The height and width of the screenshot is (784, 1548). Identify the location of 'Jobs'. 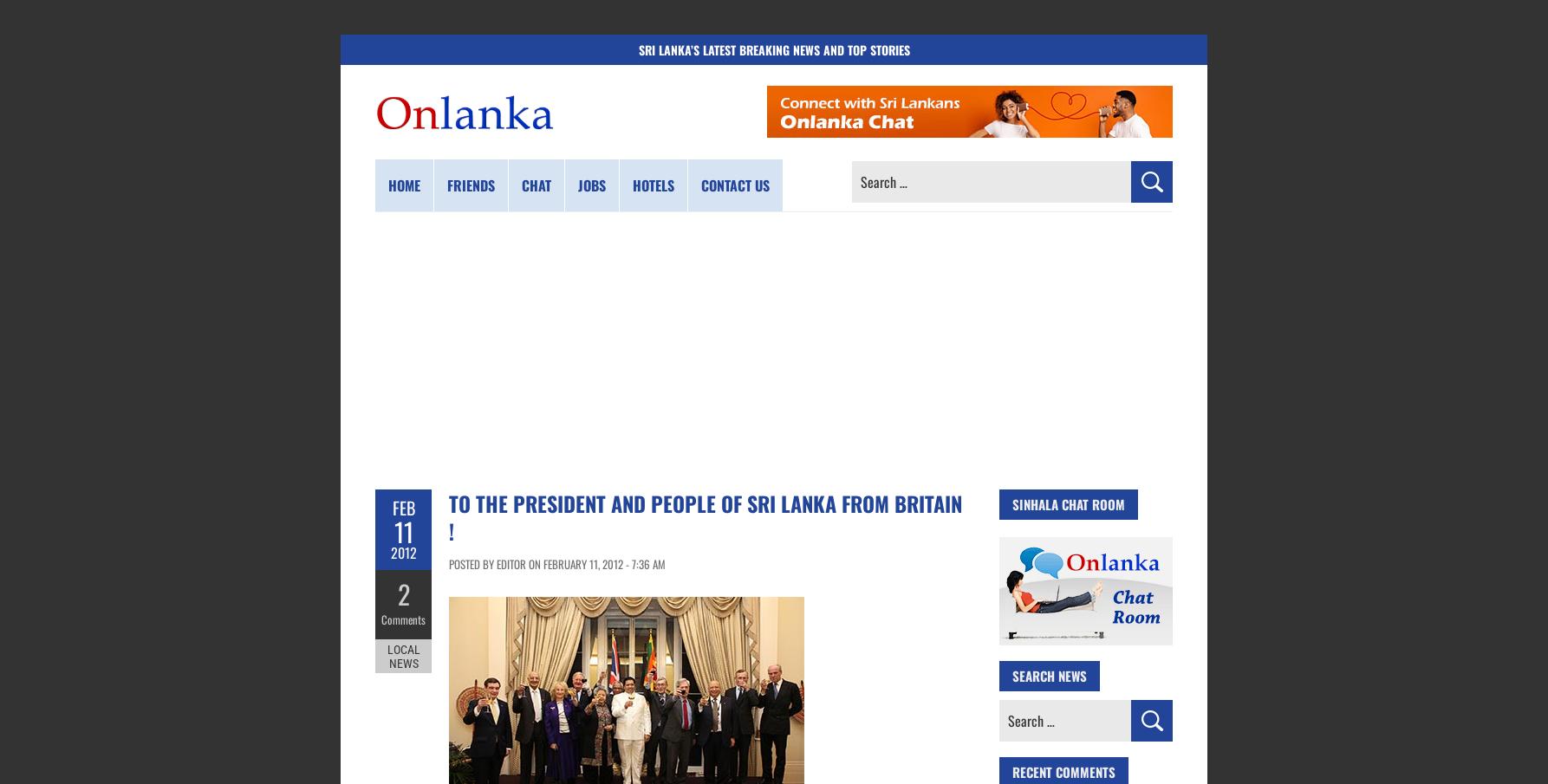
(591, 185).